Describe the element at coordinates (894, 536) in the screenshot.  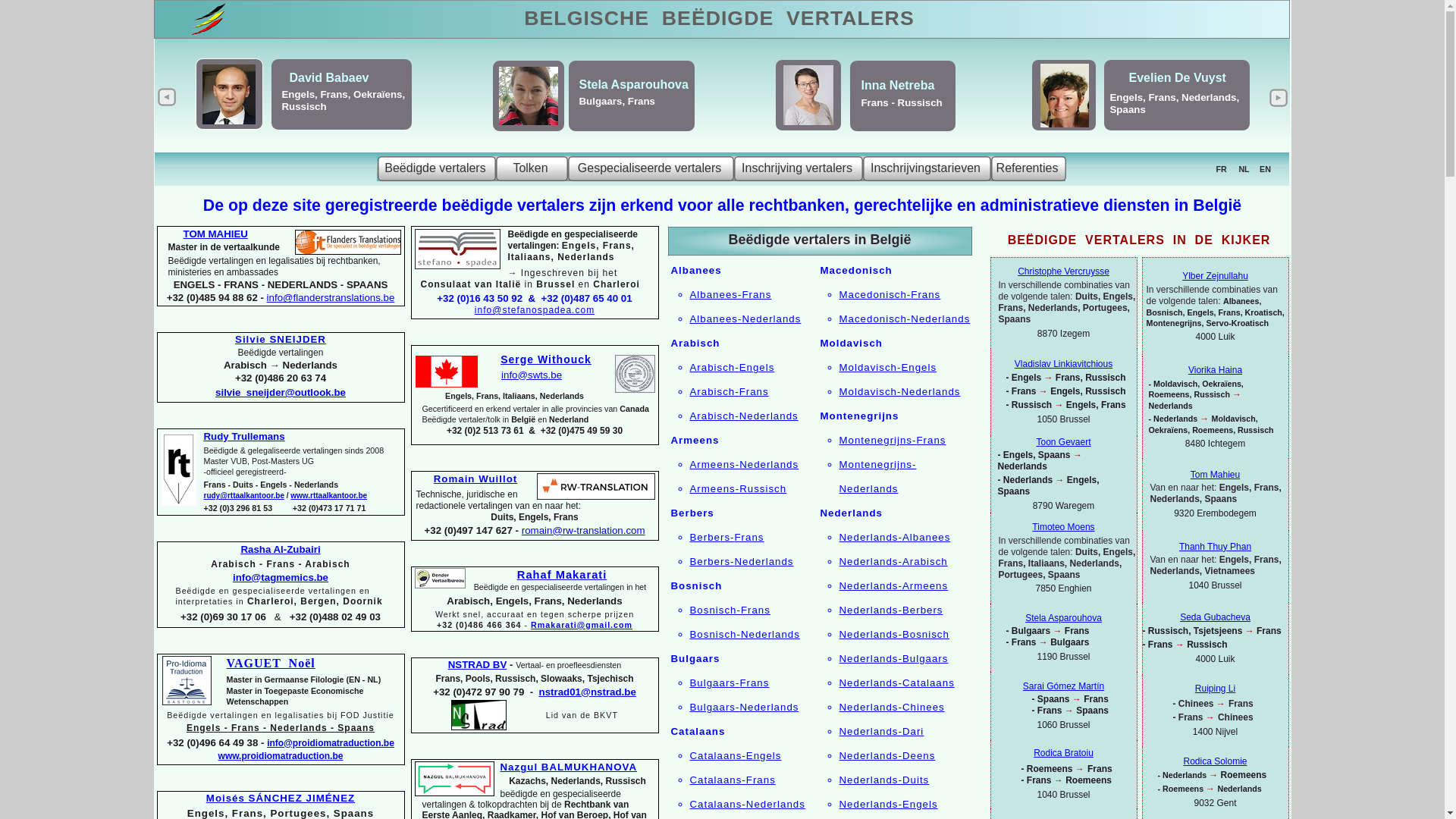
I see `'Nederlands-Albanees'` at that location.